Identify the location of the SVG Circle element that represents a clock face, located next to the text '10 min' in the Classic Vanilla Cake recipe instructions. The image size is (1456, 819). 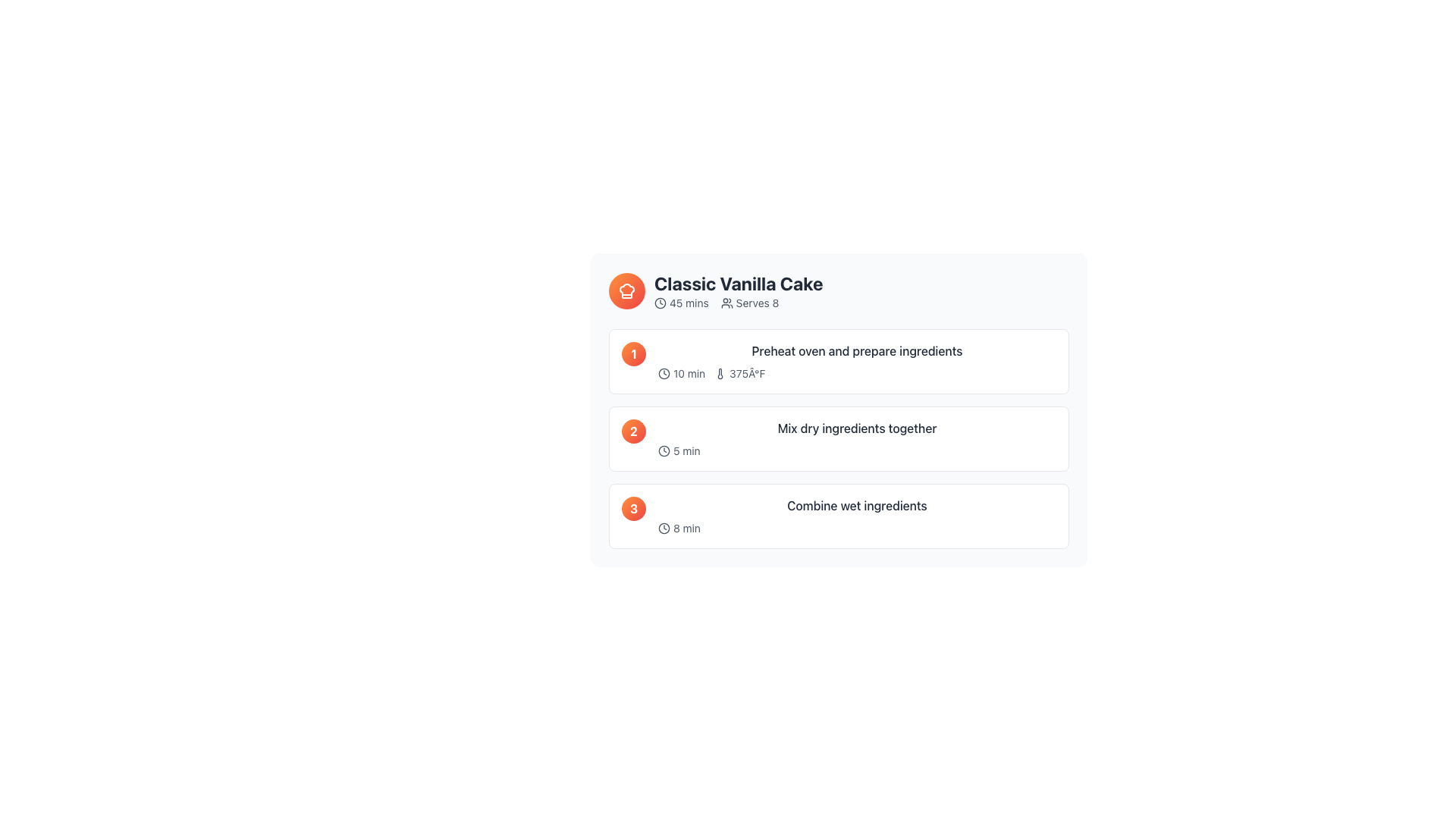
(660, 303).